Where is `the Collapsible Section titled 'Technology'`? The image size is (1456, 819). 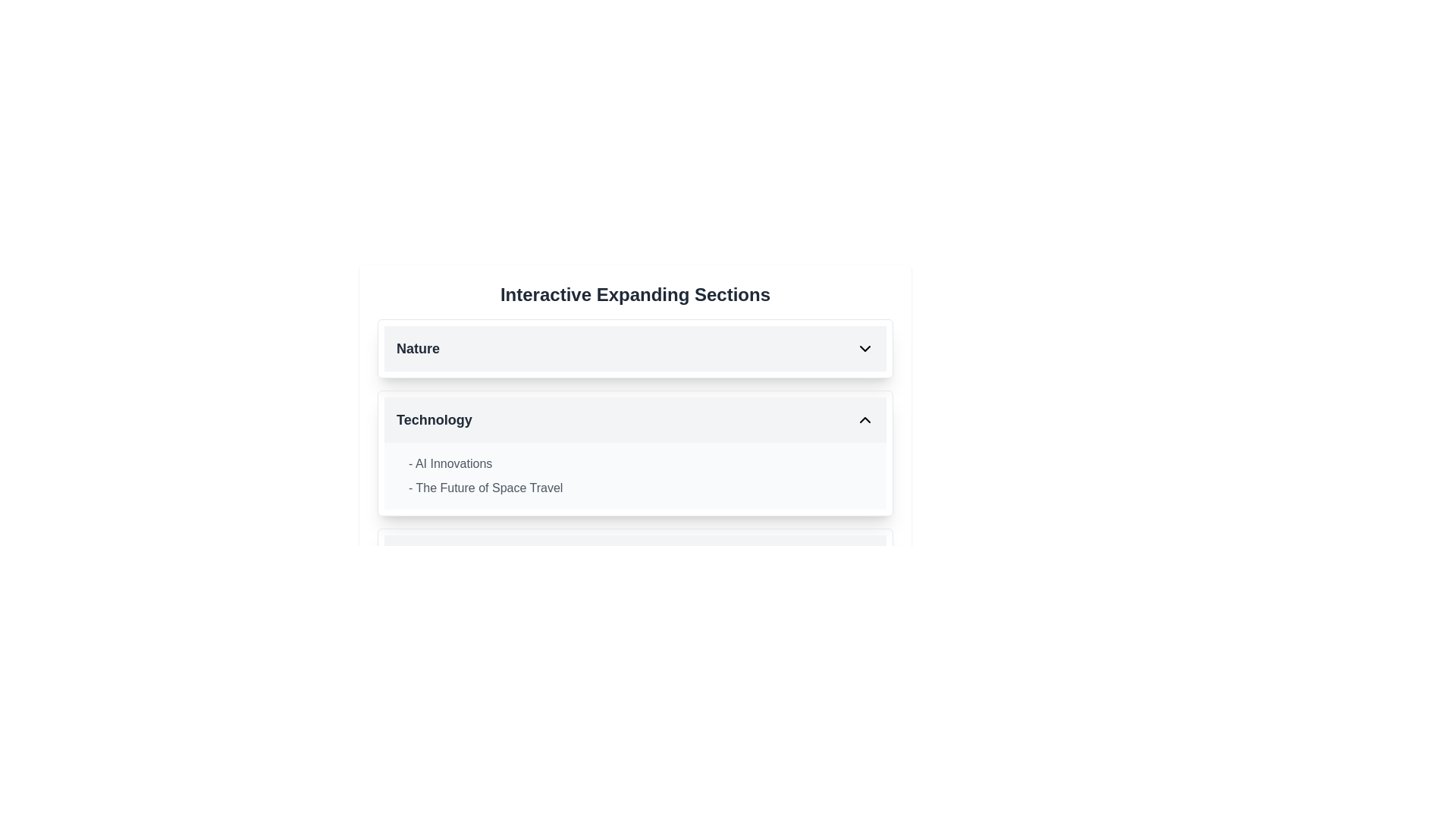
the Collapsible Section titled 'Technology' is located at coordinates (635, 452).